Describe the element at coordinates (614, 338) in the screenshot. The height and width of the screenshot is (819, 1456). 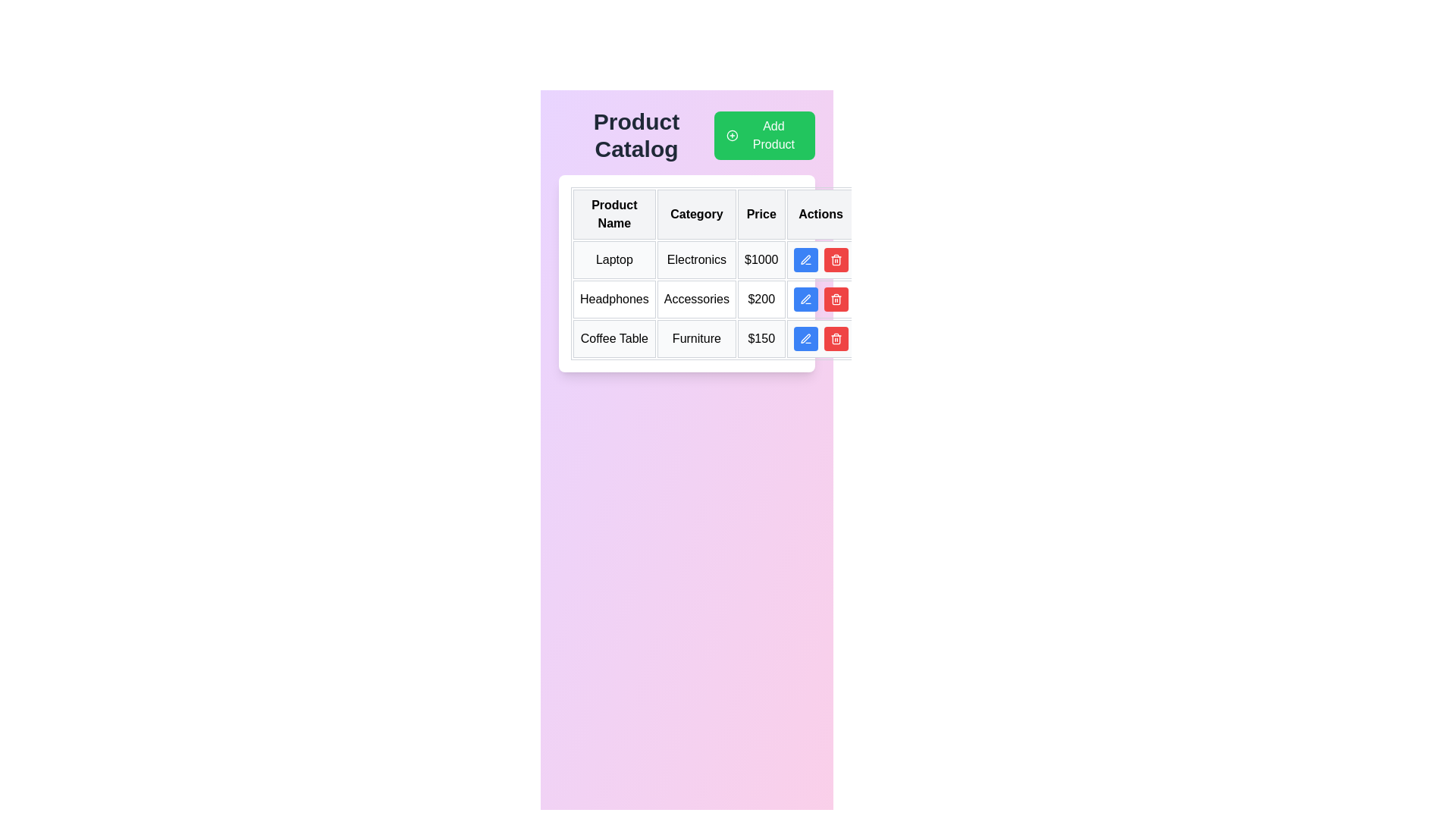
I see `the static text element displaying 'Coffee Table', which is located in the third row and first column of the table, bordered by a thin gray line` at that location.